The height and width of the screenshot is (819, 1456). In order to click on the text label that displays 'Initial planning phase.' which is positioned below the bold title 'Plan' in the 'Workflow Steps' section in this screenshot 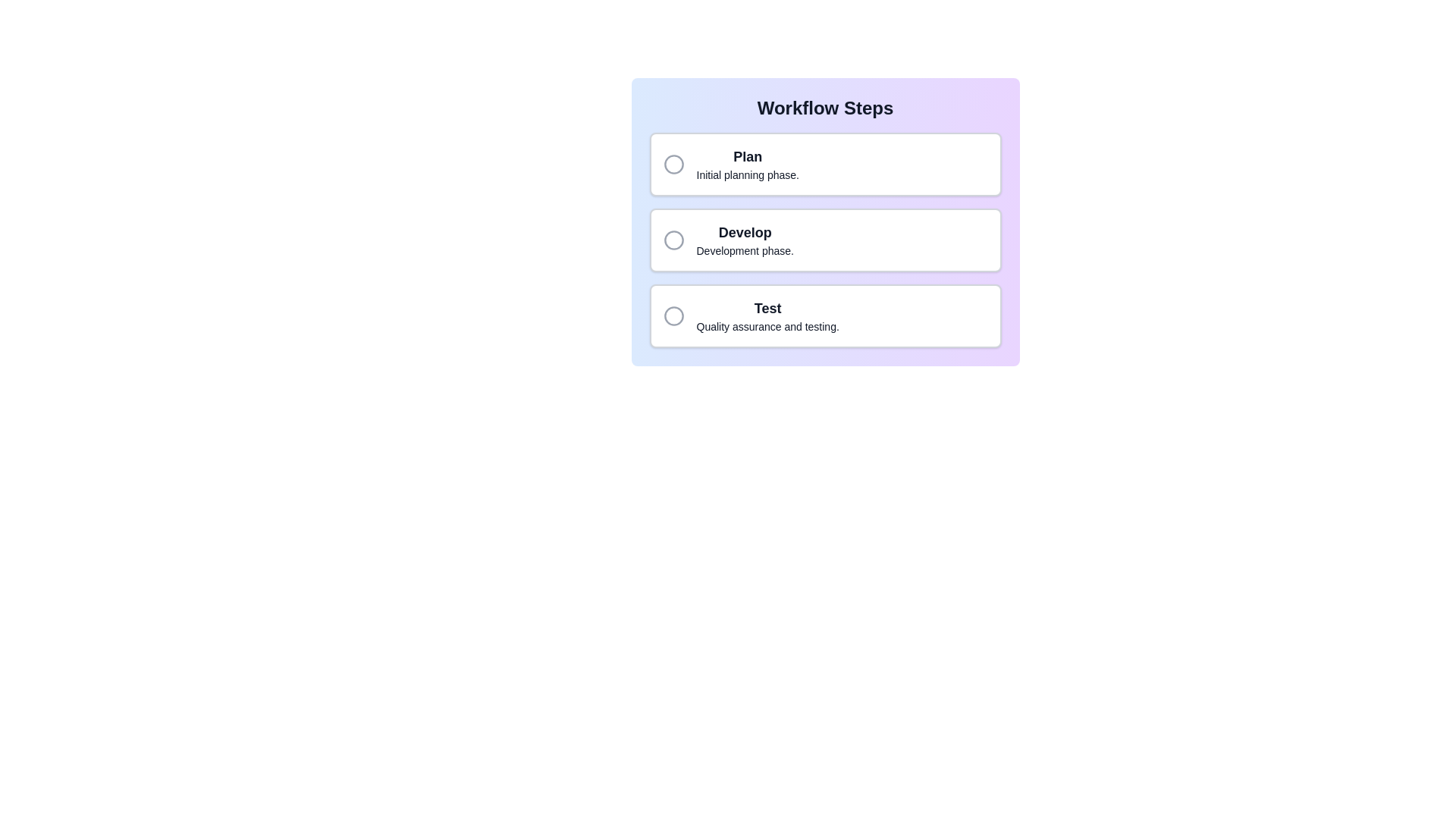, I will do `click(748, 174)`.